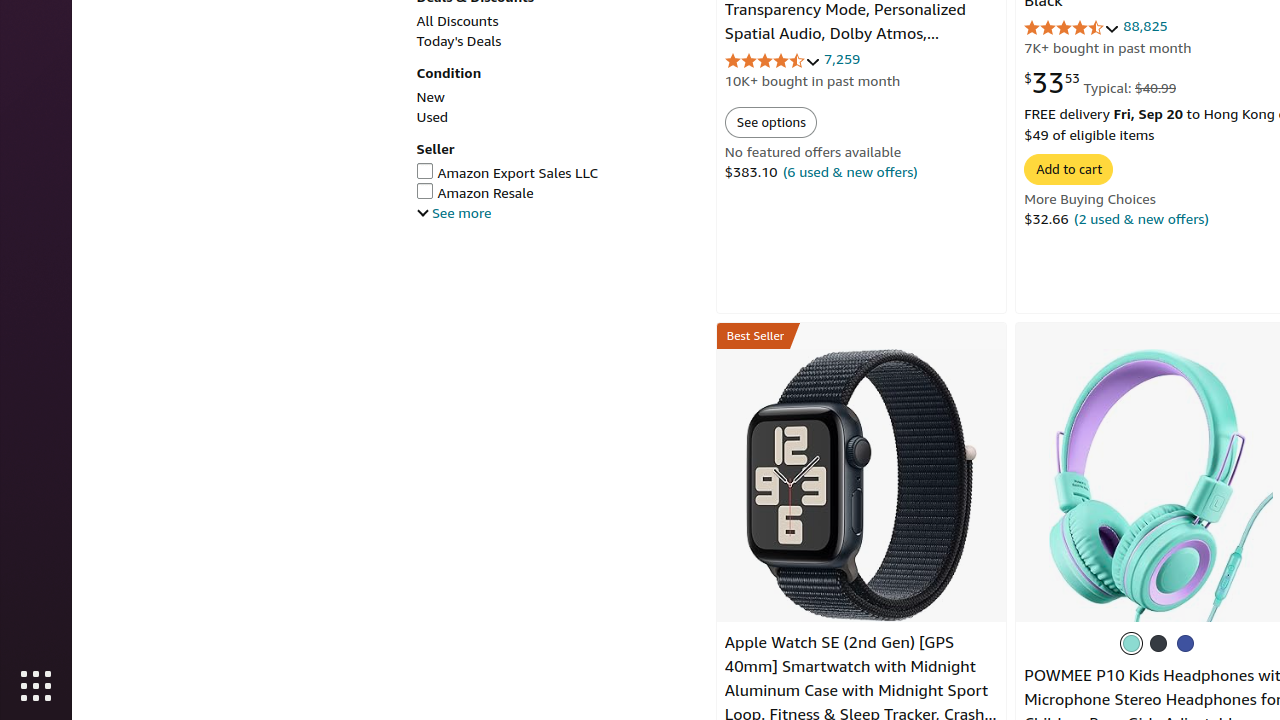 The width and height of the screenshot is (1280, 720). Describe the element at coordinates (453, 212) in the screenshot. I see `'See more, Seller'` at that location.